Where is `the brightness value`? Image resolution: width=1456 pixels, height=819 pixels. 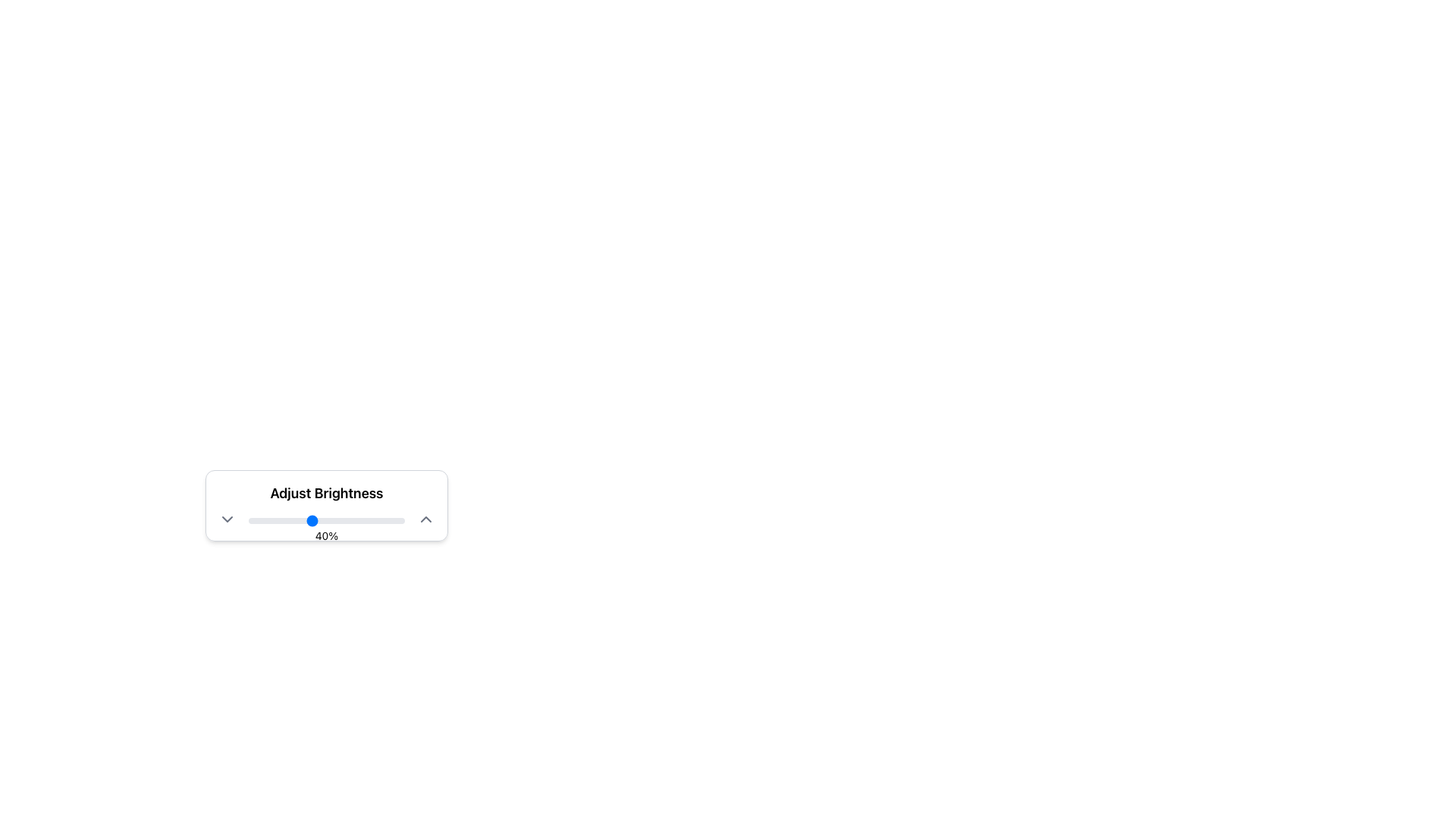 the brightness value is located at coordinates (354, 519).